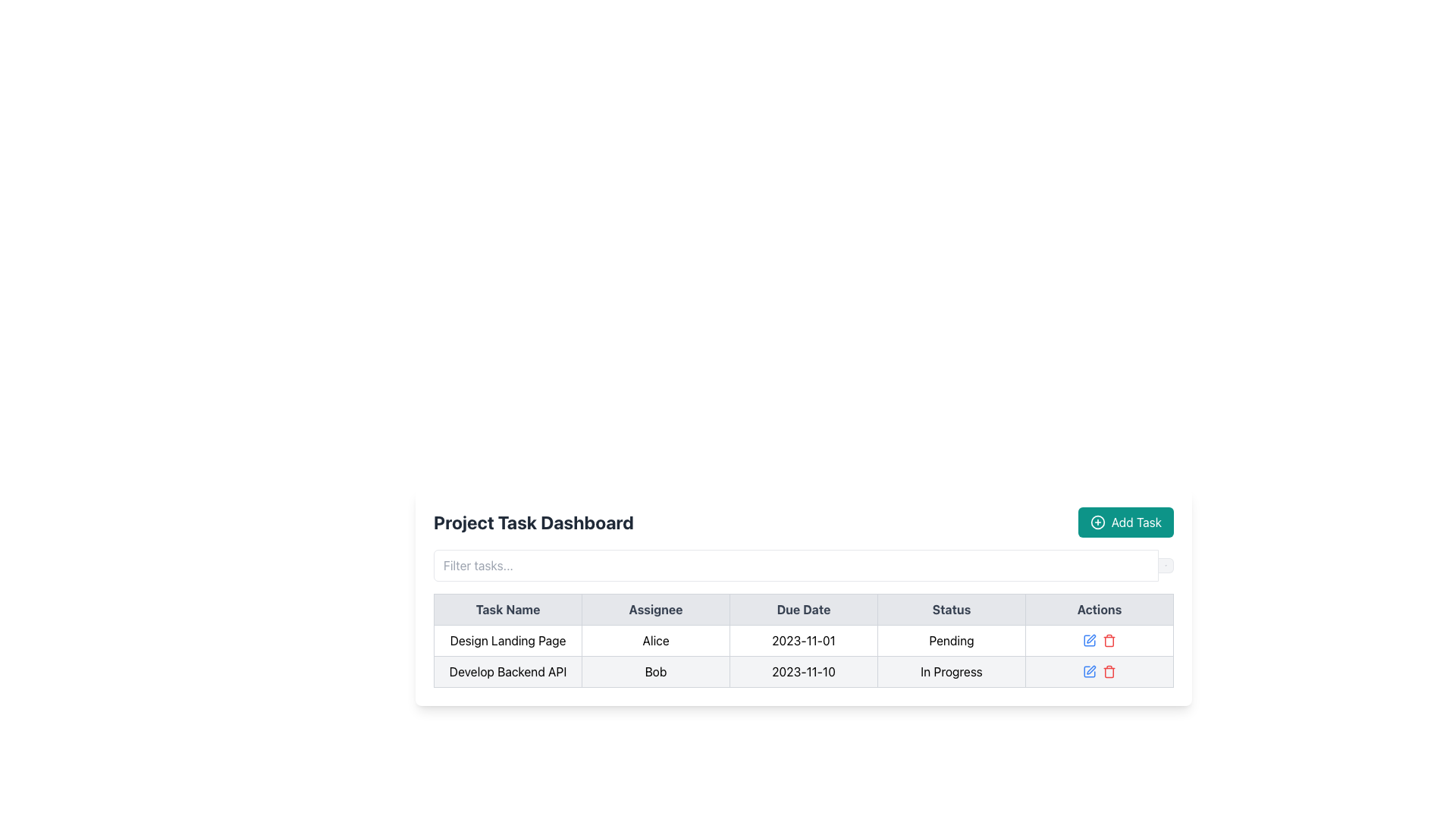  Describe the element at coordinates (1088, 640) in the screenshot. I see `the icon button resembling a square with angled corners` at that location.